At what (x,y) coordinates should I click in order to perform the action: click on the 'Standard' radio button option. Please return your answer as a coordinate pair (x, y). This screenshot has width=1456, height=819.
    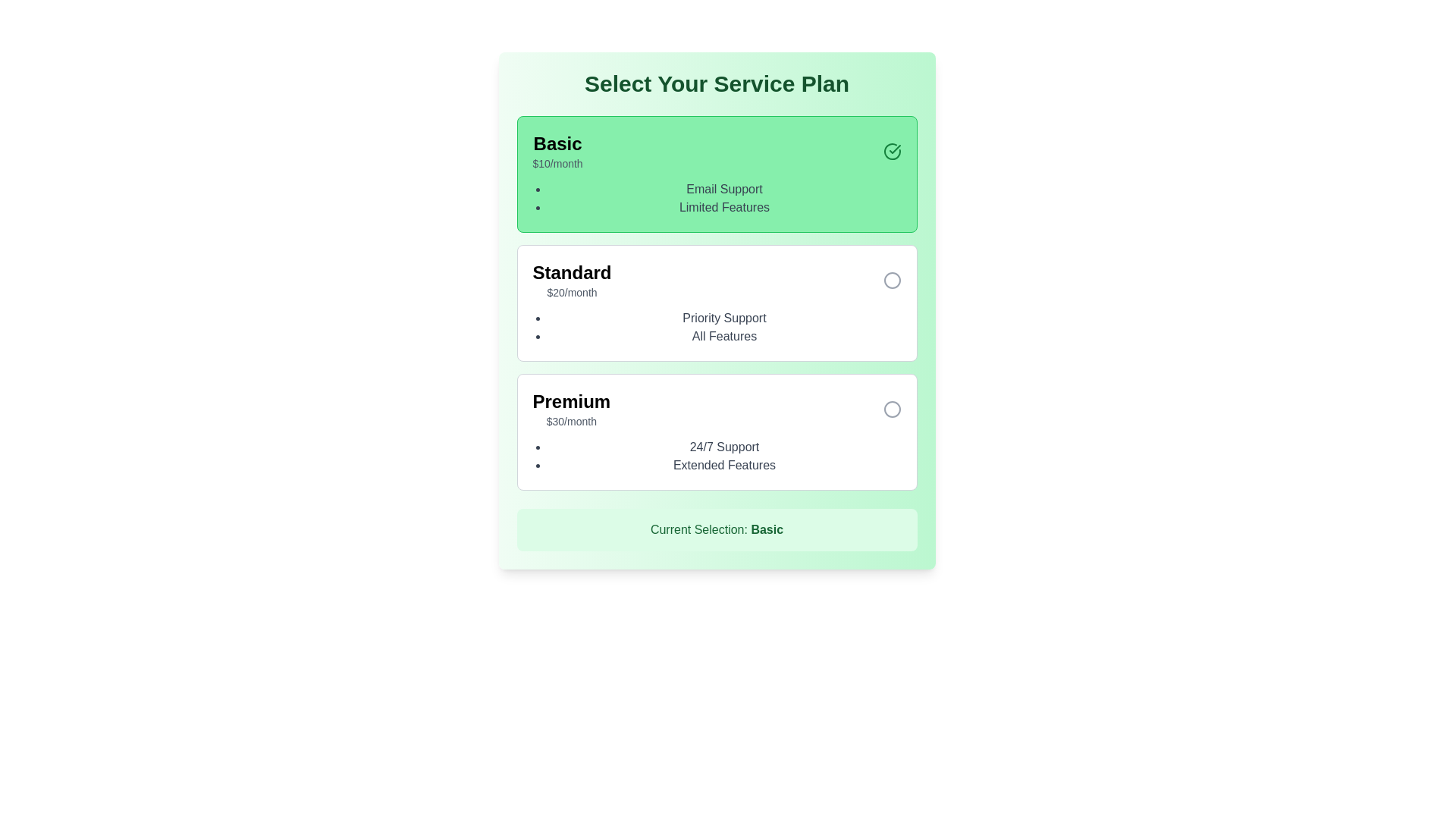
    Looking at the image, I should click on (716, 303).